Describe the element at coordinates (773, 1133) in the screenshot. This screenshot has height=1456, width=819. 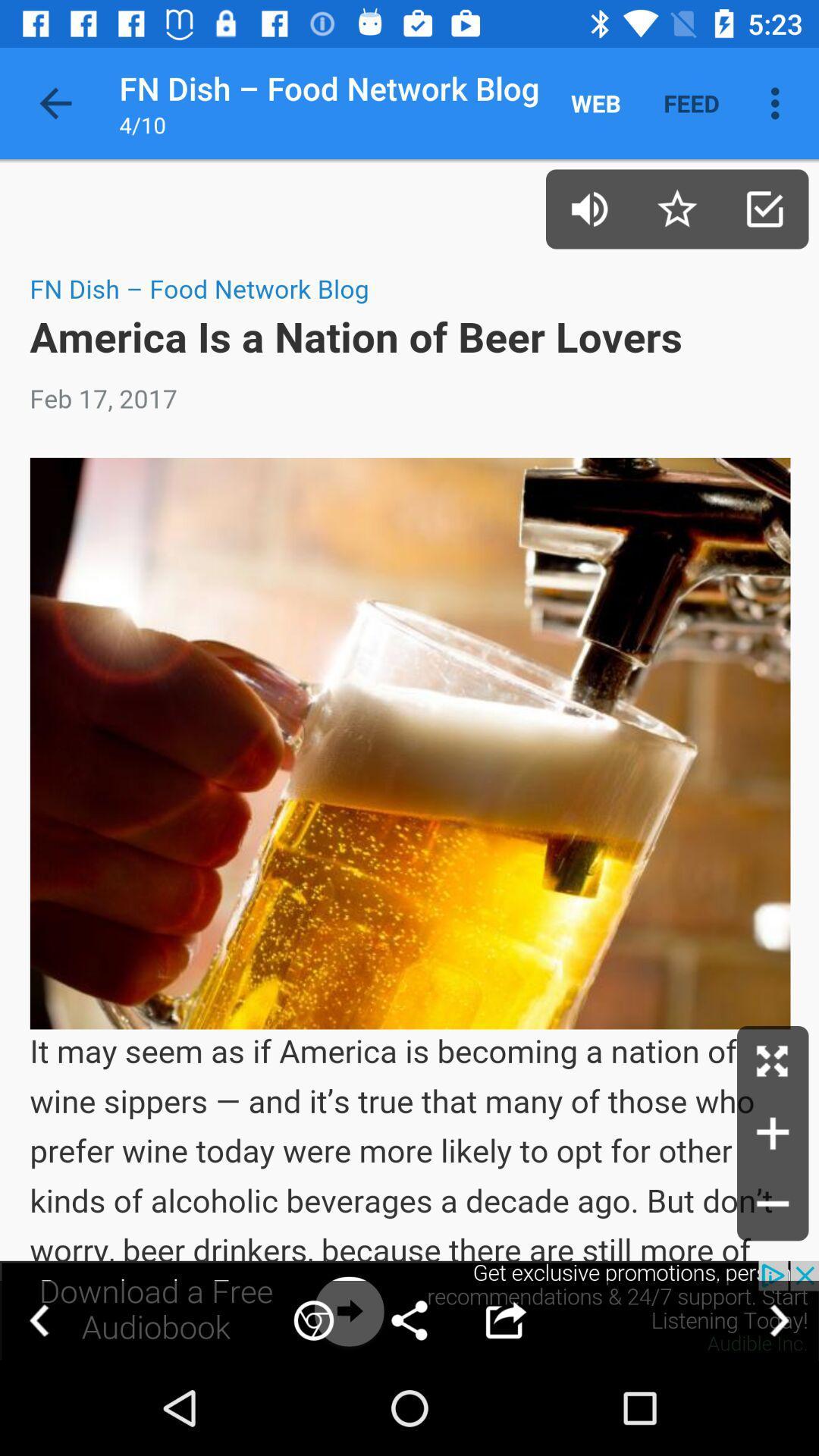
I see `the add icon` at that location.